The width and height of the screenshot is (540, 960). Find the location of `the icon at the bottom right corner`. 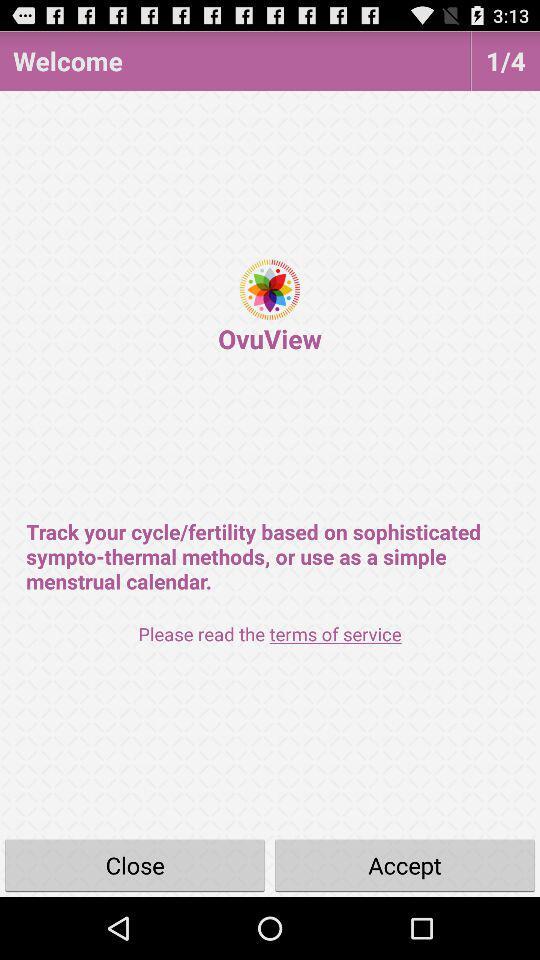

the icon at the bottom right corner is located at coordinates (405, 864).